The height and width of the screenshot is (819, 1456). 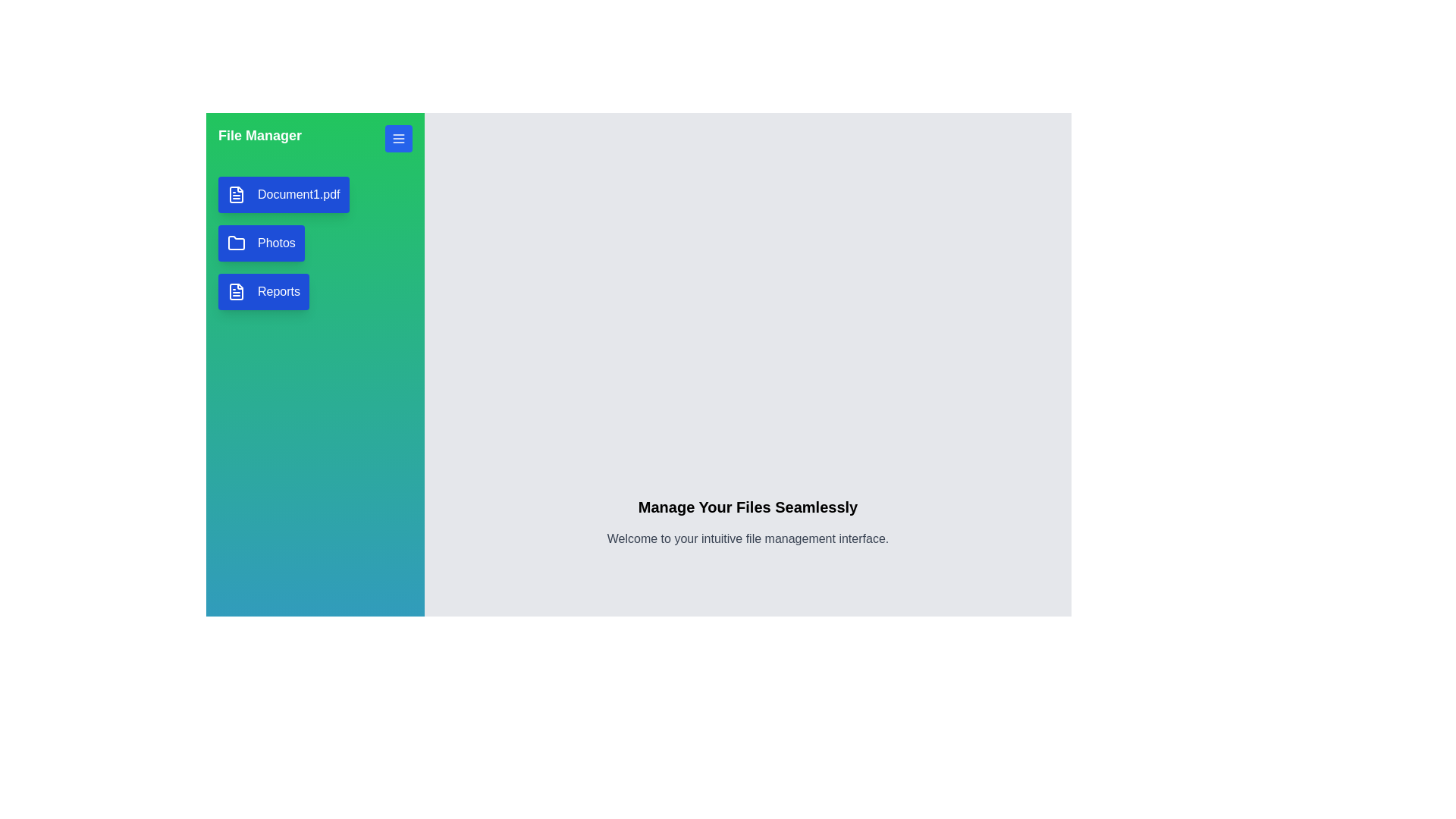 What do you see at coordinates (399, 138) in the screenshot?
I see `menu button in the top-right corner of the drawer to close it` at bounding box center [399, 138].